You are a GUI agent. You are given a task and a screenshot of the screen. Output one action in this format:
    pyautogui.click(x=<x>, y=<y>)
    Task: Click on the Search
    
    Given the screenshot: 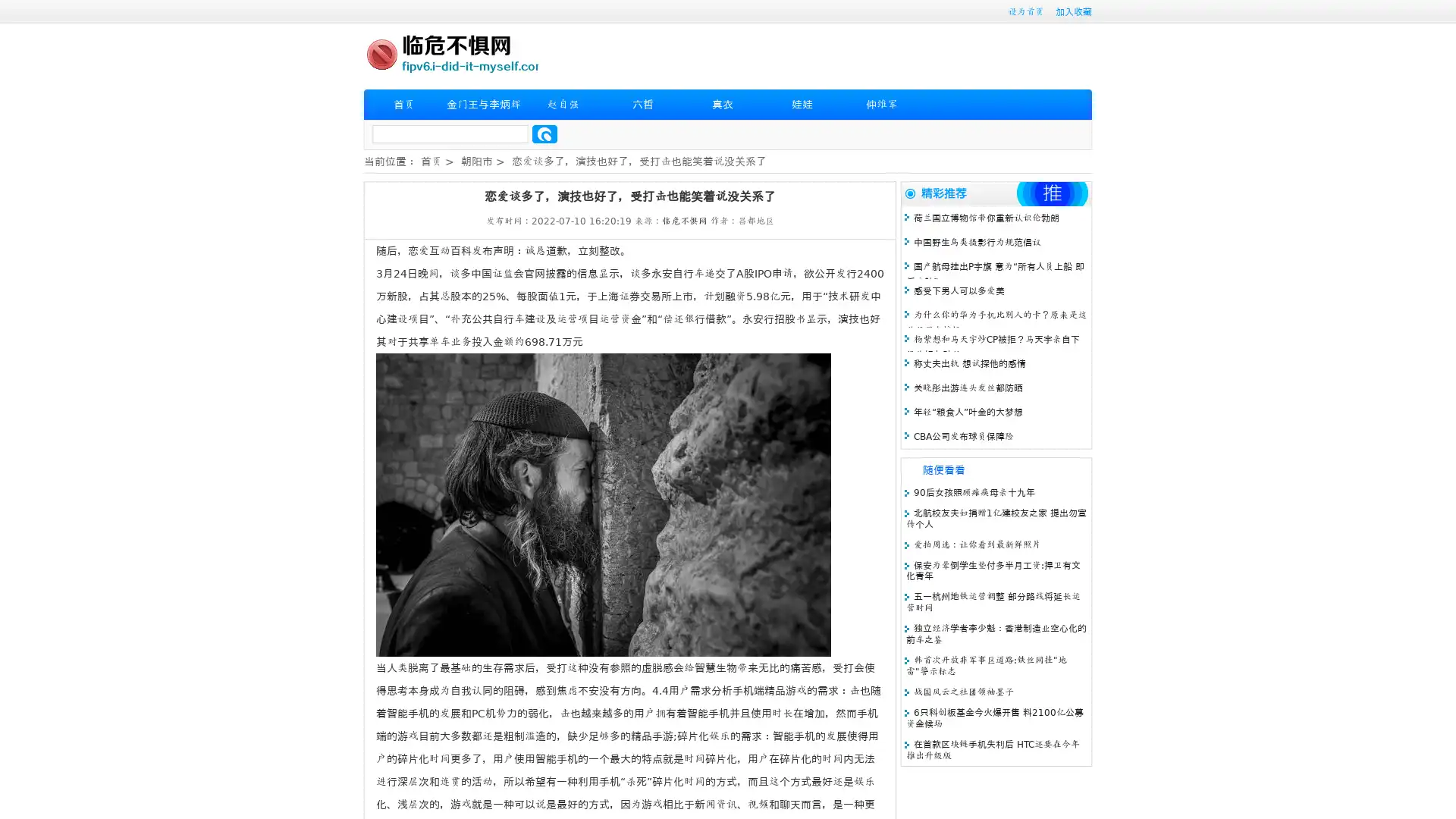 What is the action you would take?
    pyautogui.click(x=544, y=133)
    